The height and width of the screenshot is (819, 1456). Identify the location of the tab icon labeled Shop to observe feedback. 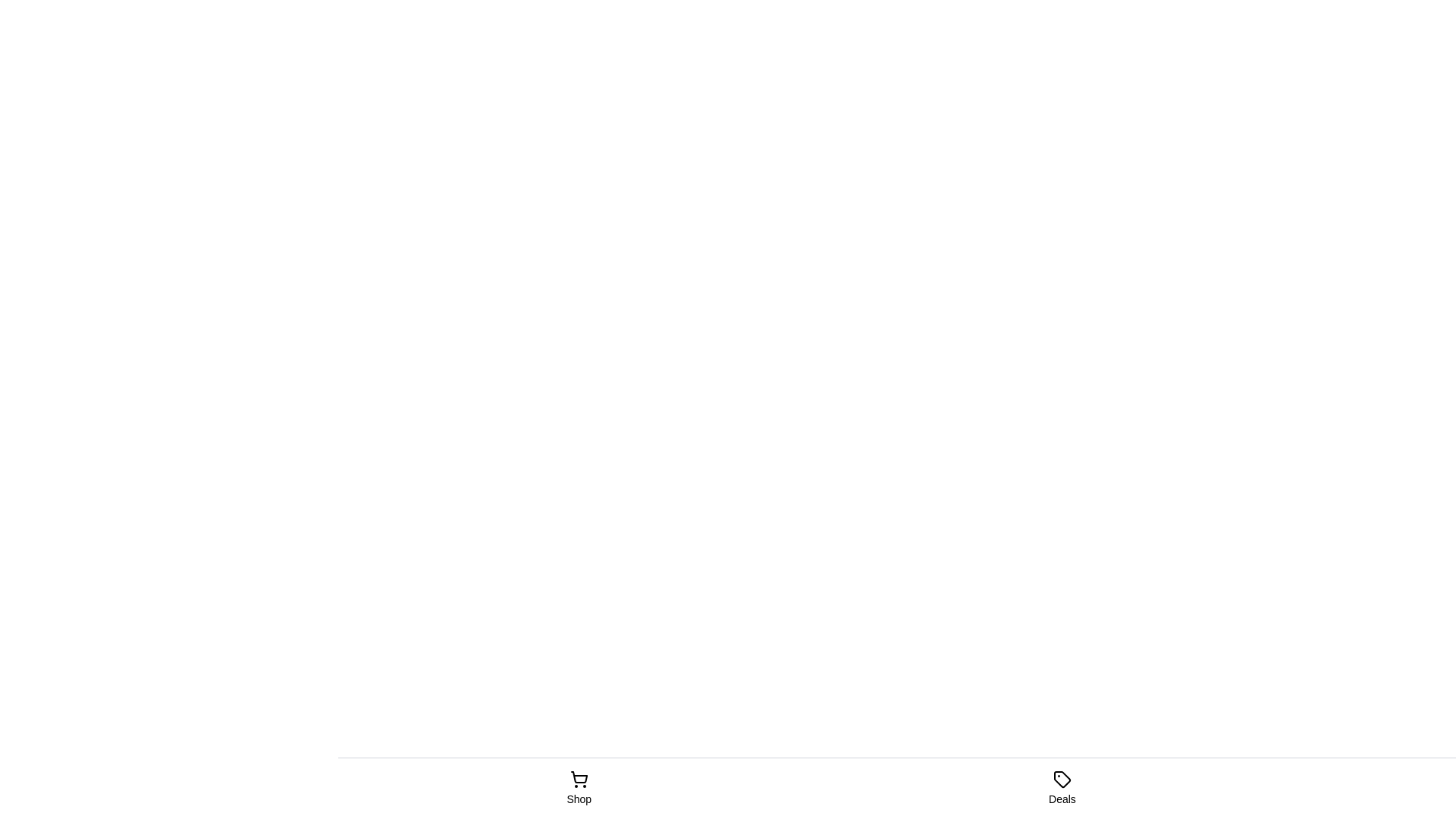
(578, 788).